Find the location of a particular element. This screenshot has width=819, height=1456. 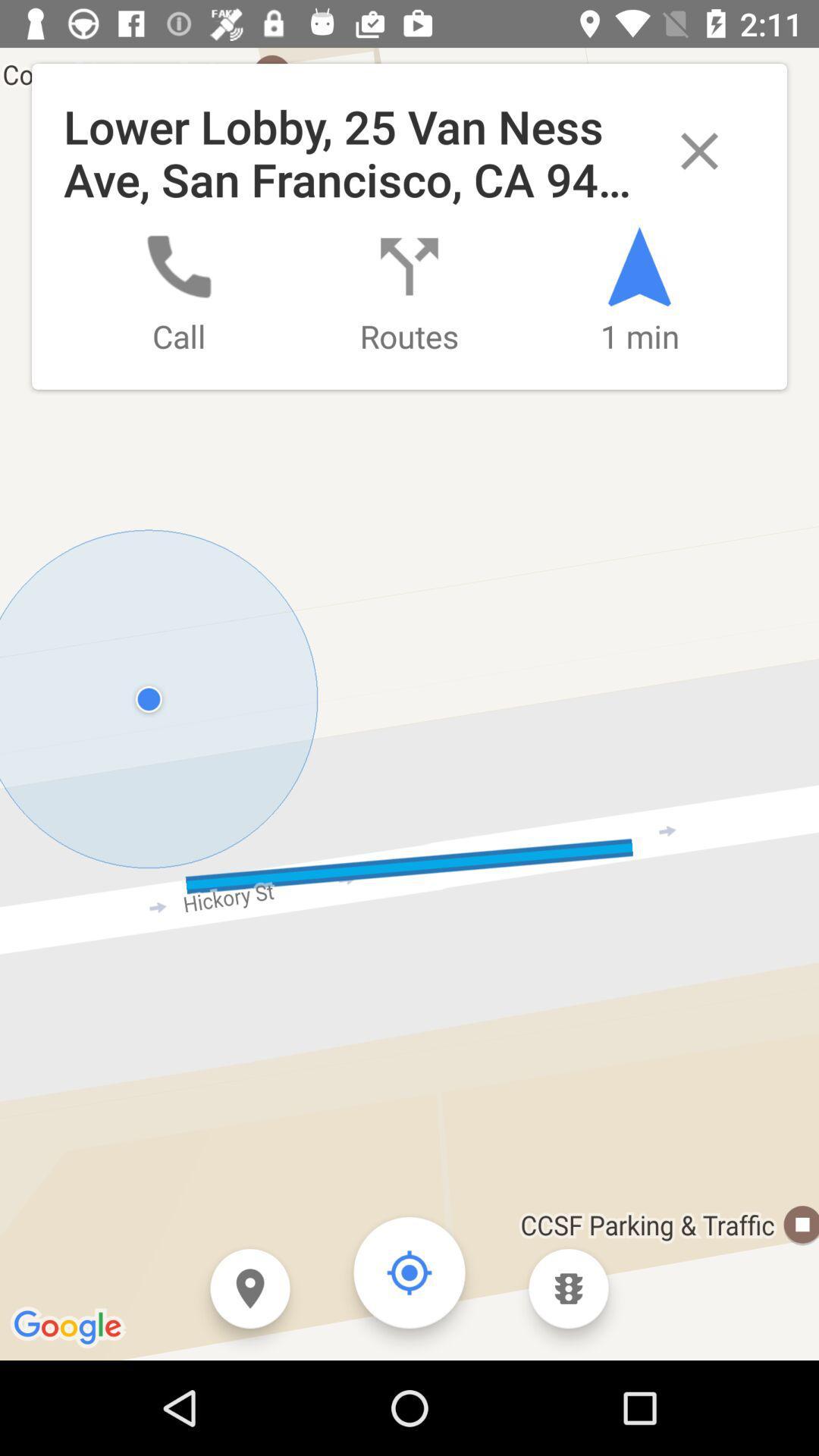

traffic is located at coordinates (568, 1288).